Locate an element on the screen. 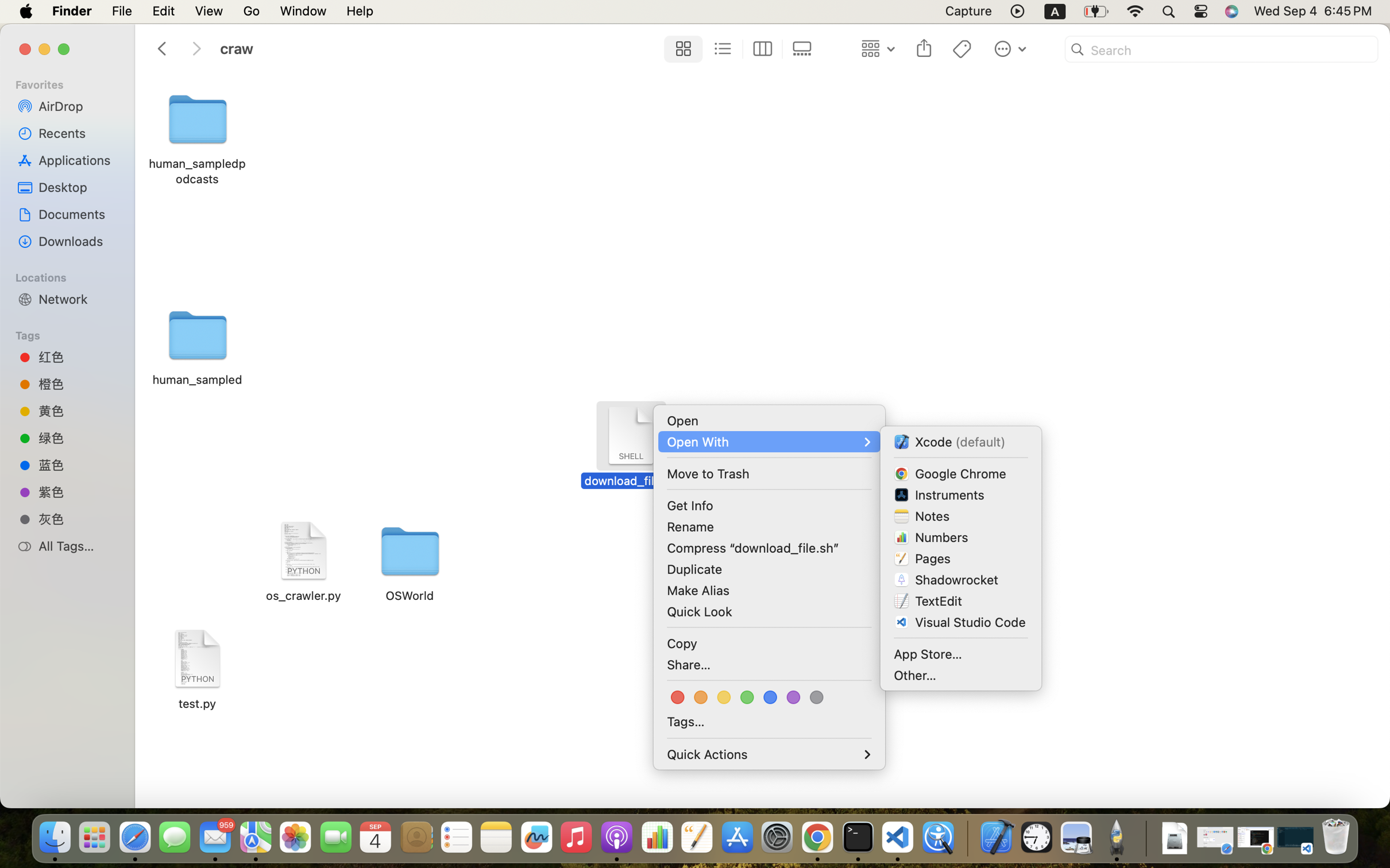 The height and width of the screenshot is (868, 1390). 'Desktop' is located at coordinates (77, 187).